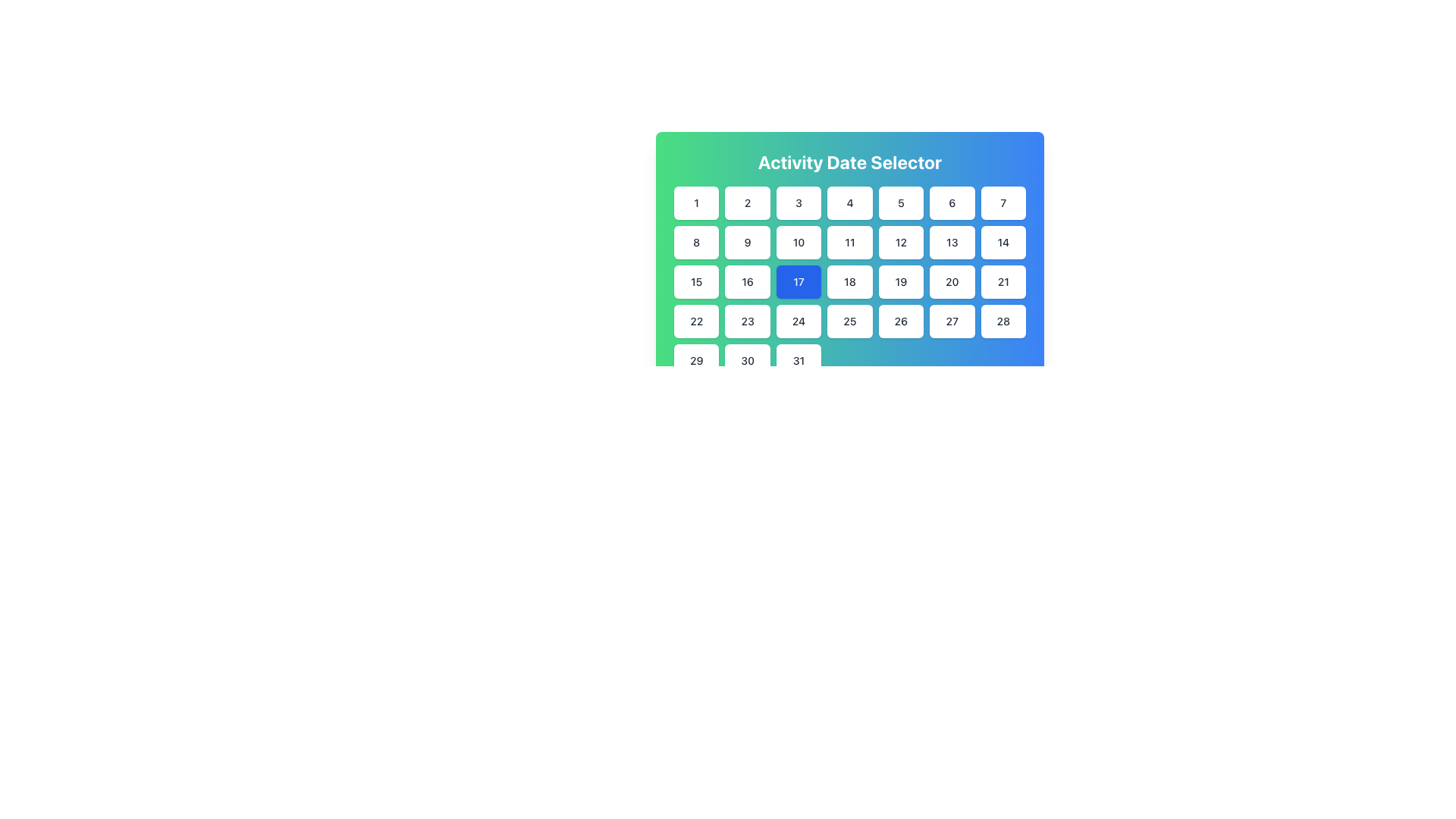 The width and height of the screenshot is (1456, 819). Describe the element at coordinates (849, 202) in the screenshot. I see `the button representing the date '4' in the Activity Date Selector component` at that location.